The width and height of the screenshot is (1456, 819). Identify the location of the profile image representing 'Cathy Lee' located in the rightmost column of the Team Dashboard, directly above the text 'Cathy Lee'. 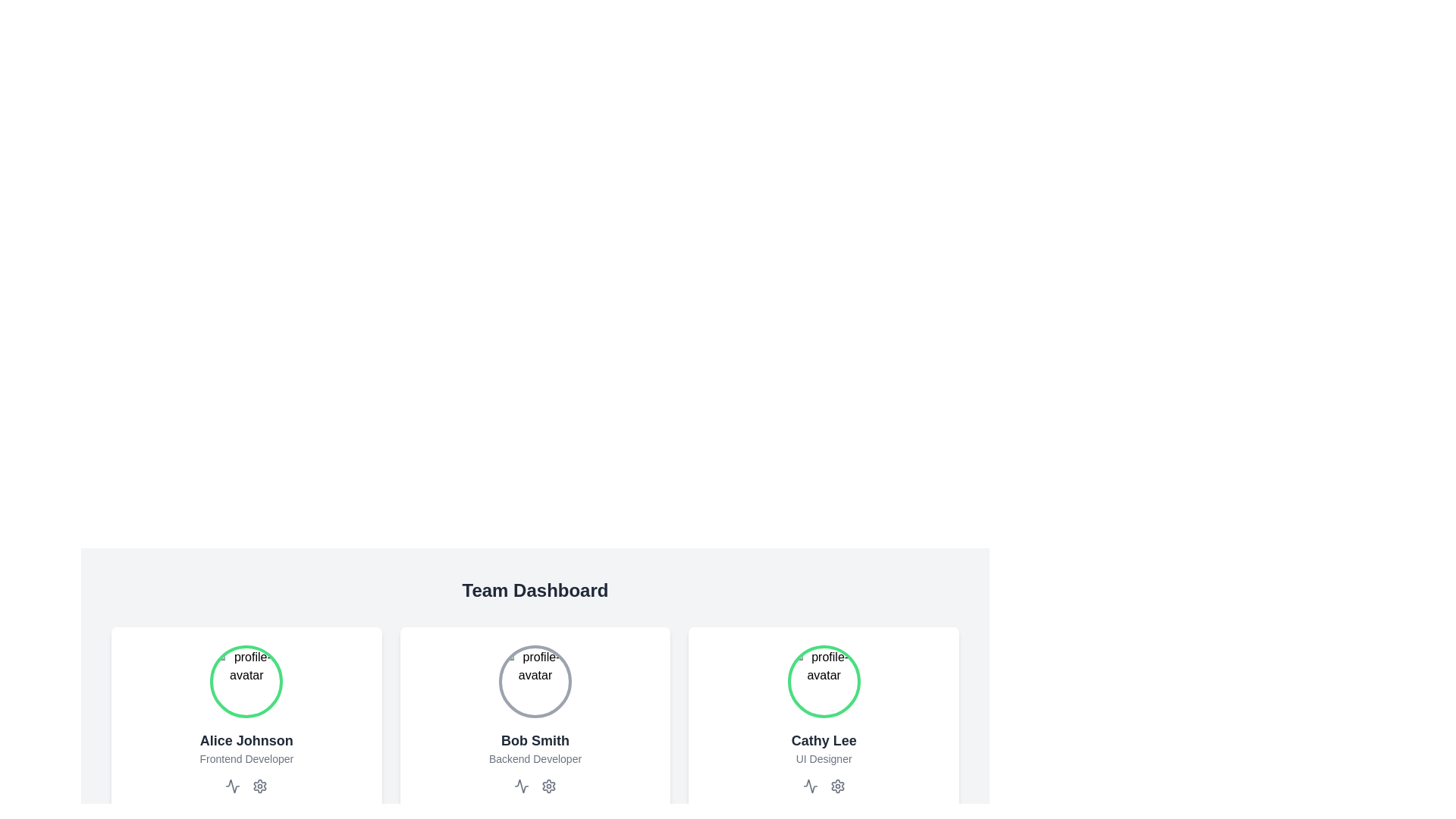
(823, 680).